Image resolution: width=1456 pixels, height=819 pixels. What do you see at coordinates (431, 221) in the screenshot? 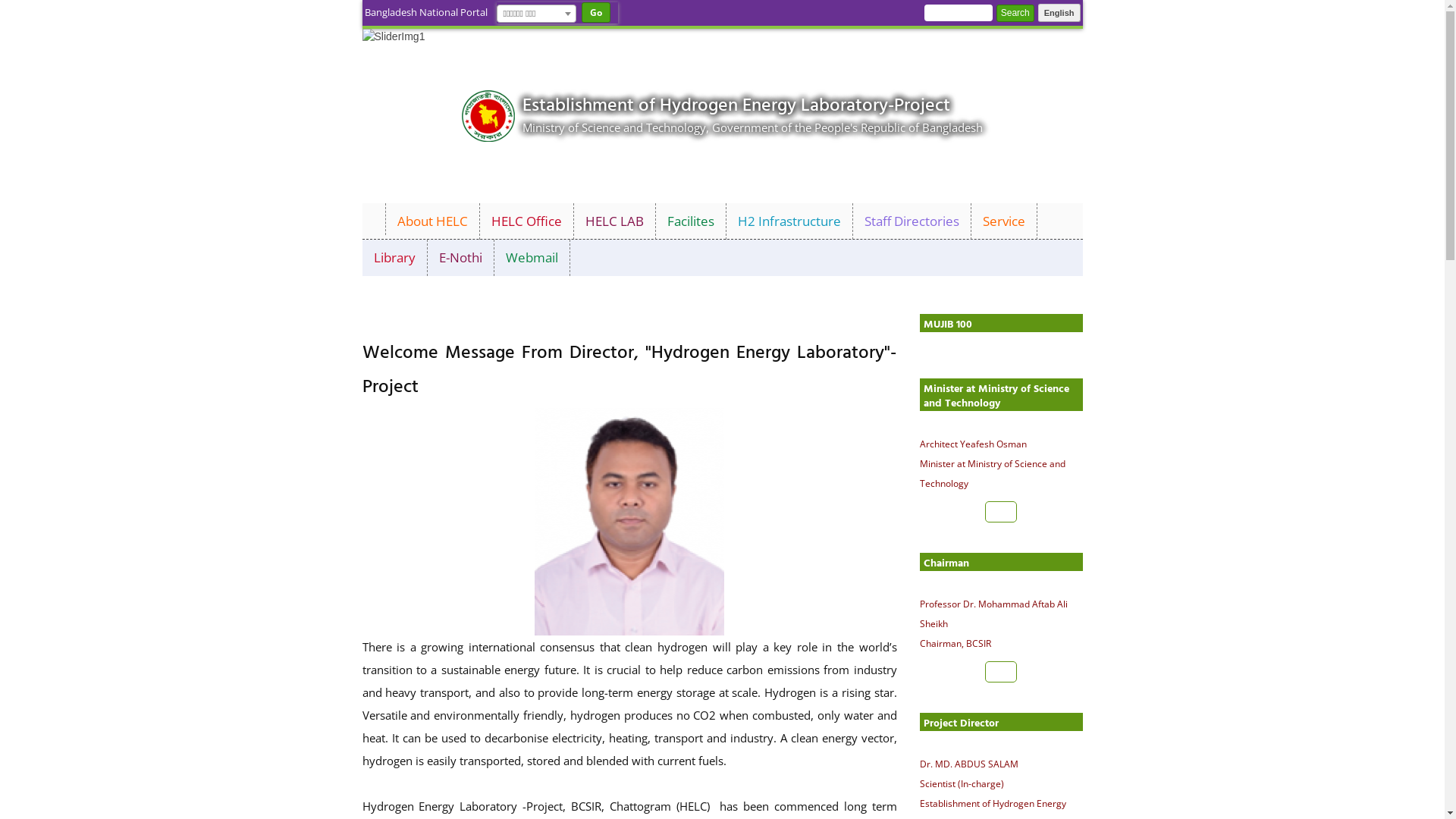
I see `'About HELC'` at bounding box center [431, 221].